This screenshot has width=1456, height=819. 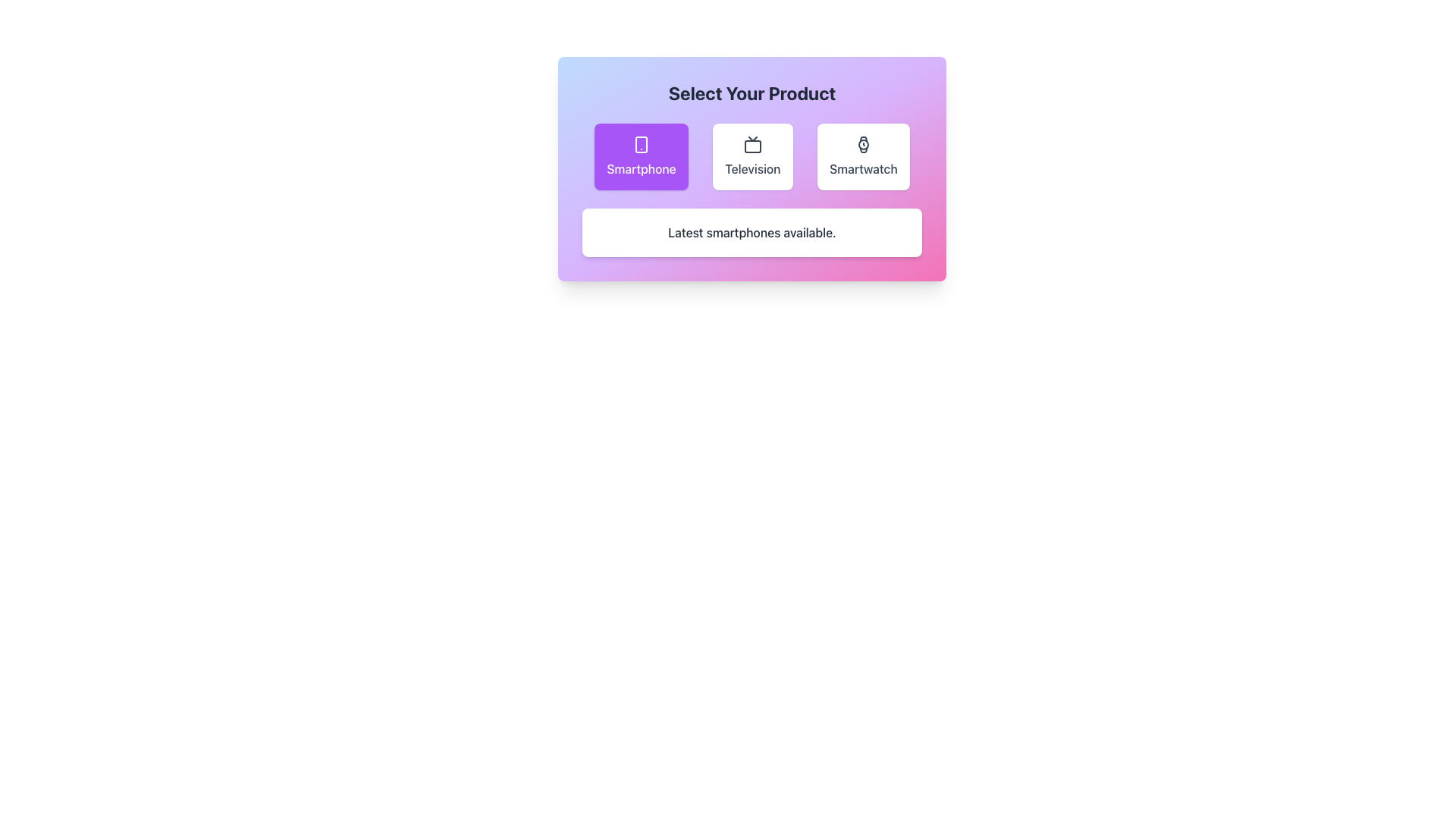 What do you see at coordinates (863, 145) in the screenshot?
I see `the circular graphical element located at the center of the smartwatch icon, which is the last icon under the 'Select Your Product' title` at bounding box center [863, 145].